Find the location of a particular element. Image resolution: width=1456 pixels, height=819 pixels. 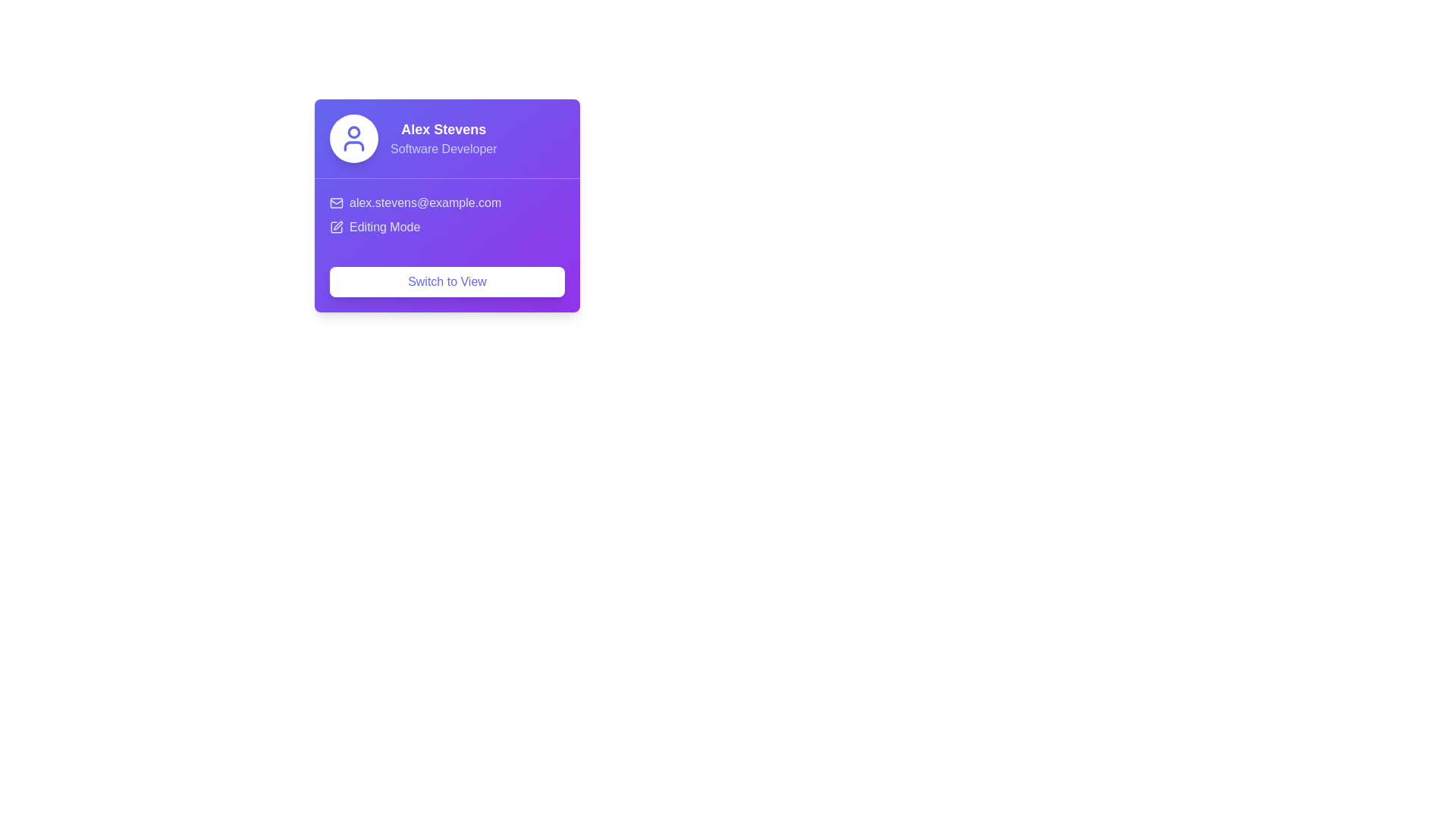

the button located at the bottom of the profile card with a purple gradient background to observe visual feedback is located at coordinates (447, 281).